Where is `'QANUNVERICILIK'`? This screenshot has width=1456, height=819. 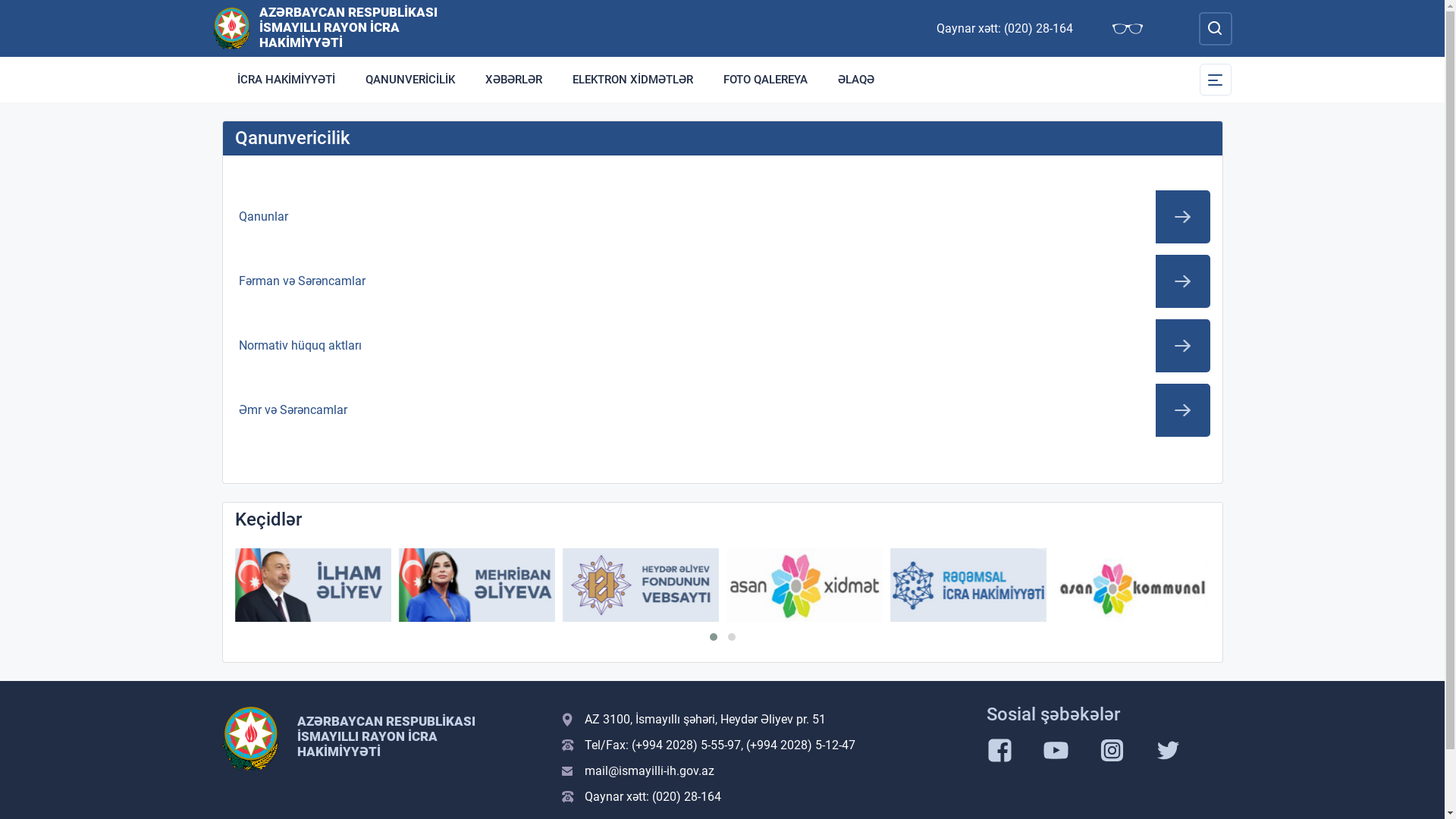 'QANUNVERICILIK' is located at coordinates (410, 79).